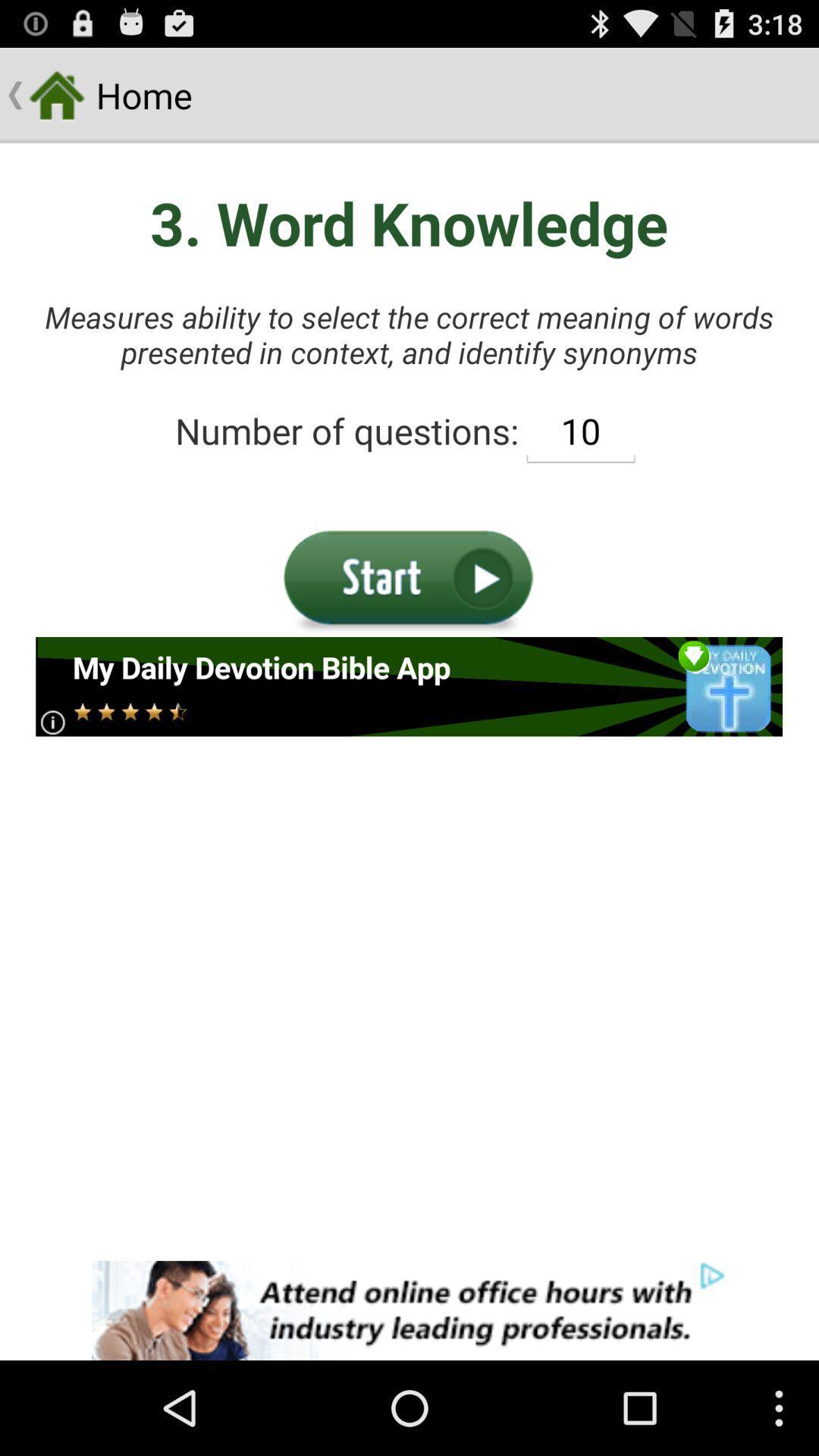  I want to click on advertising, so click(408, 686).